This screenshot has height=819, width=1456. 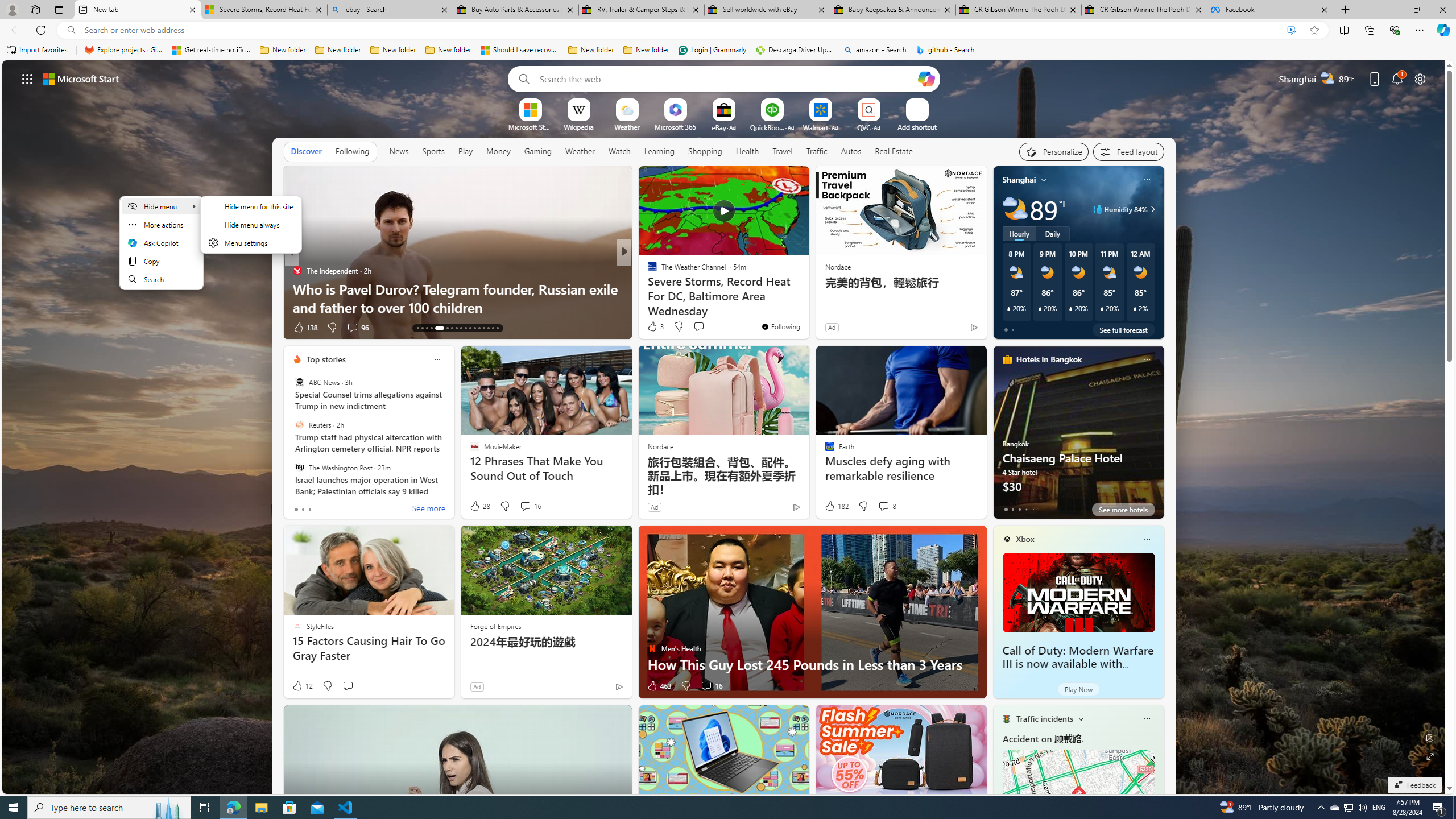 I want to click on '463 Like', so click(x=658, y=686).